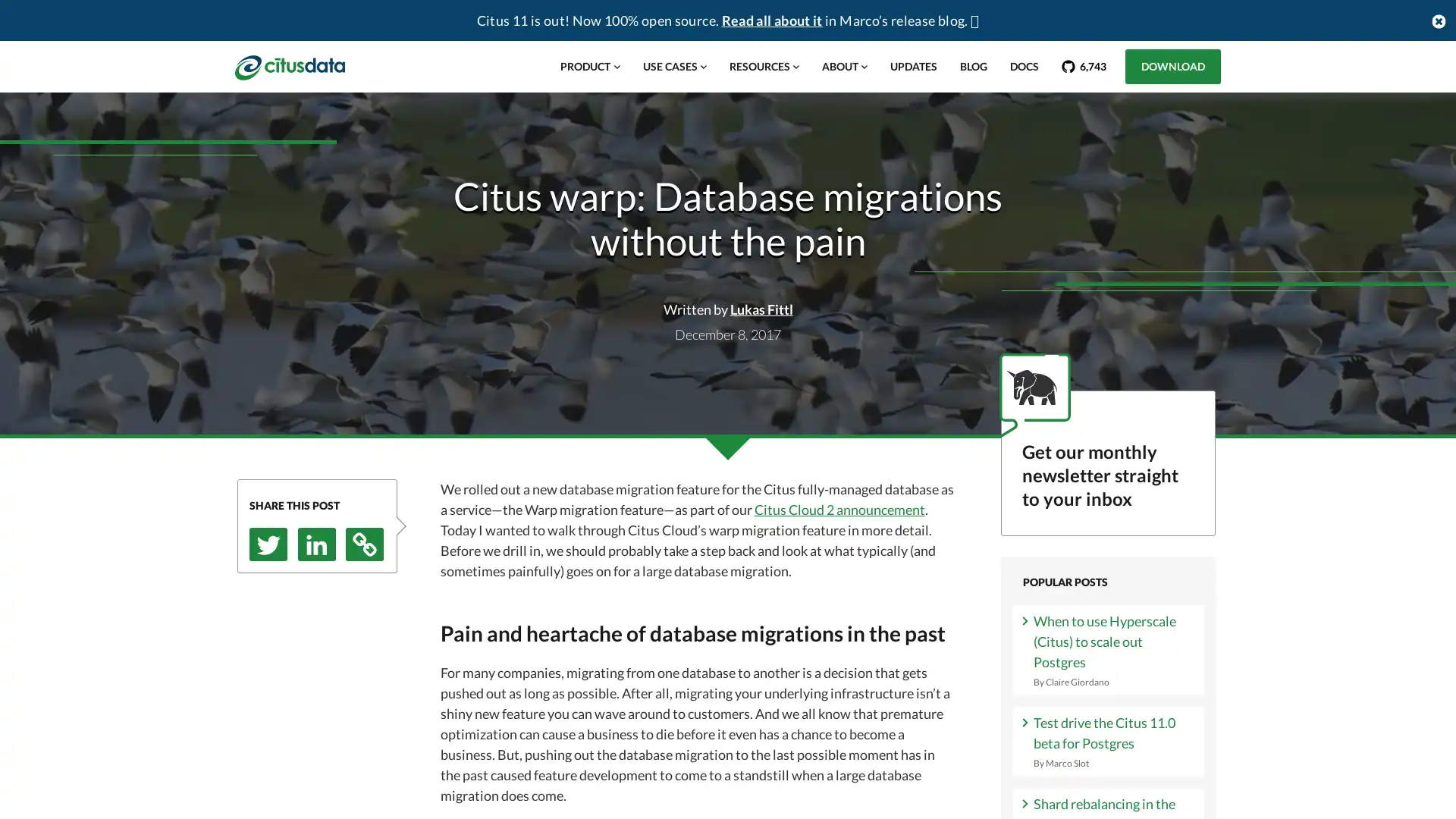  What do you see at coordinates (315, 543) in the screenshot?
I see `Share on LinkedIn` at bounding box center [315, 543].